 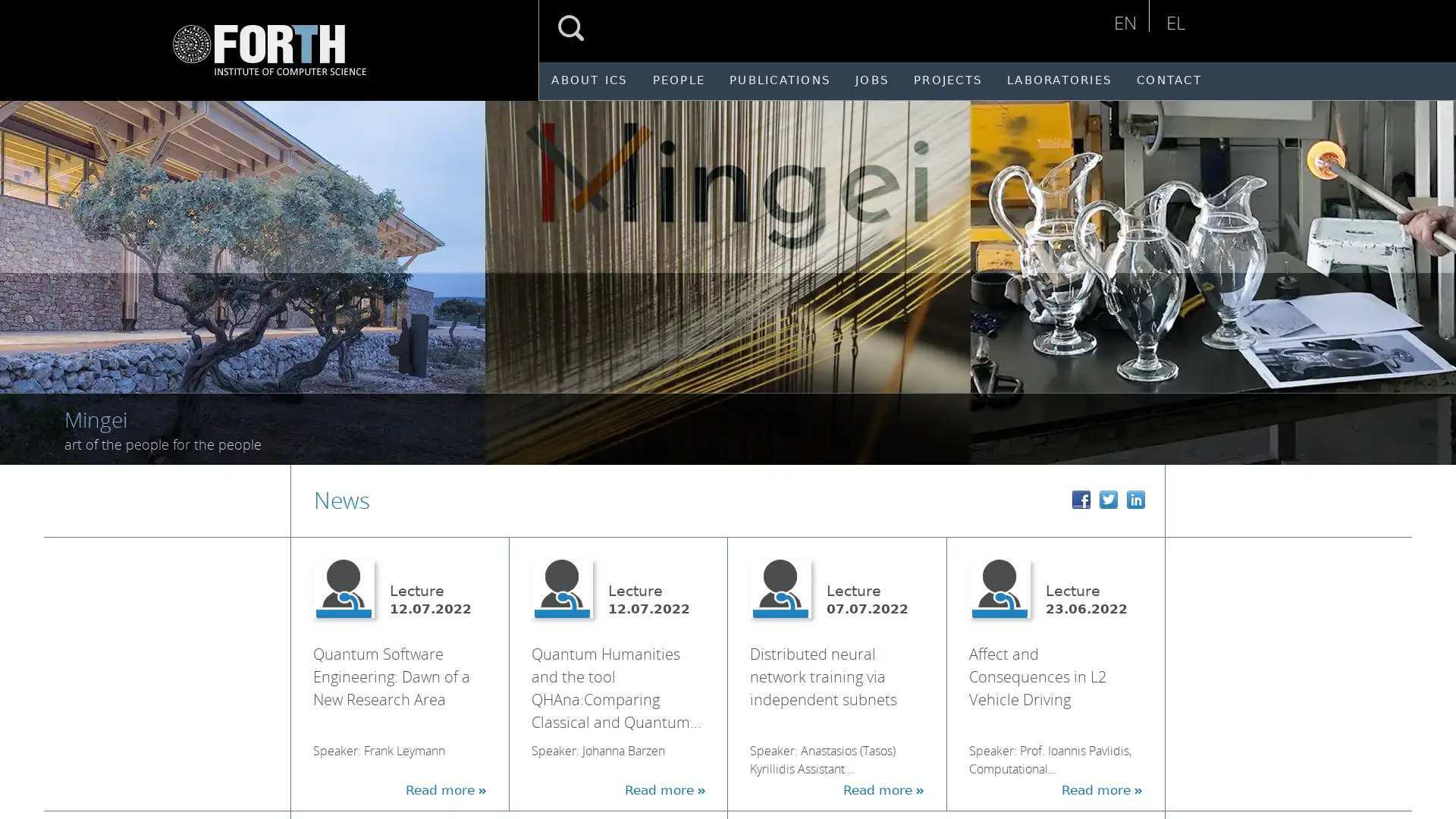 I want to click on Submit Search Button, so click(x=570, y=28).